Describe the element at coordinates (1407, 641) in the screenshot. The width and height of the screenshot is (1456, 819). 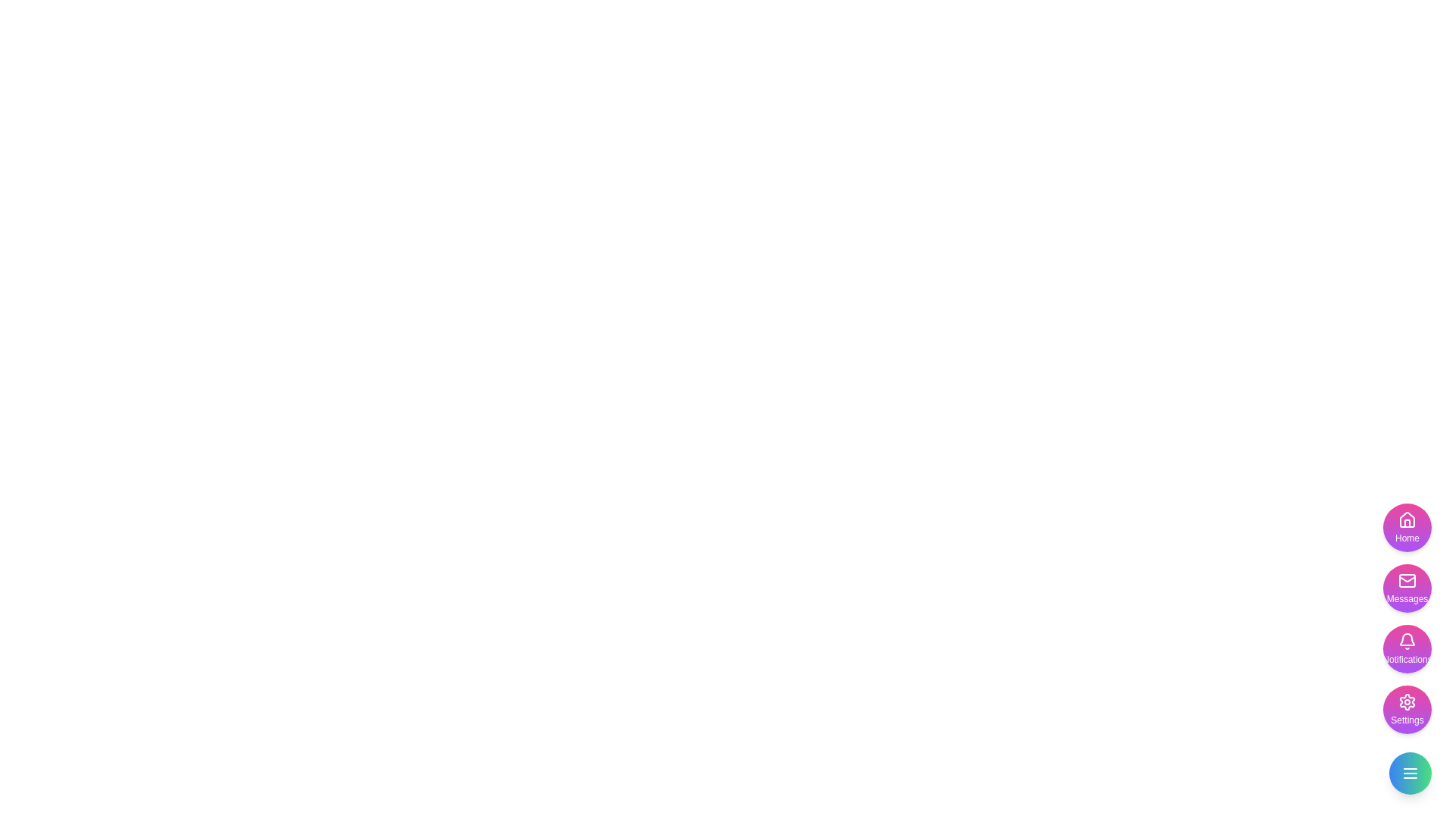
I see `the third icon labeled 'Notifications' in the vertical stack of icons on the right side of the interface` at that location.